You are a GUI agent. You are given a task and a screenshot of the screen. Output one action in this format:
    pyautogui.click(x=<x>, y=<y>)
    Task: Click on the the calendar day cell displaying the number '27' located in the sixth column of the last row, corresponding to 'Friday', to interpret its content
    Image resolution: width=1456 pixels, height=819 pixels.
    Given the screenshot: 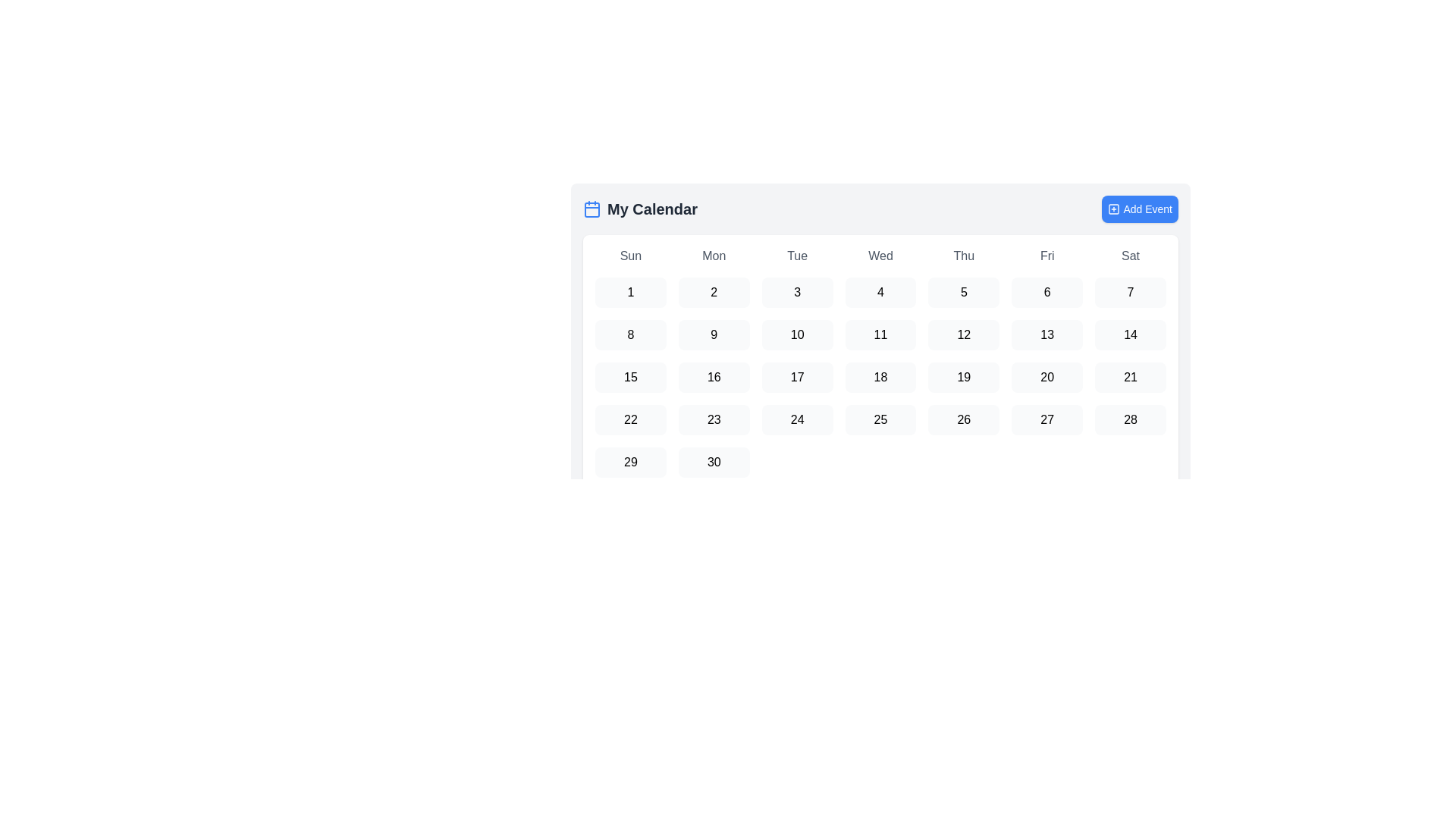 What is the action you would take?
    pyautogui.click(x=1046, y=420)
    